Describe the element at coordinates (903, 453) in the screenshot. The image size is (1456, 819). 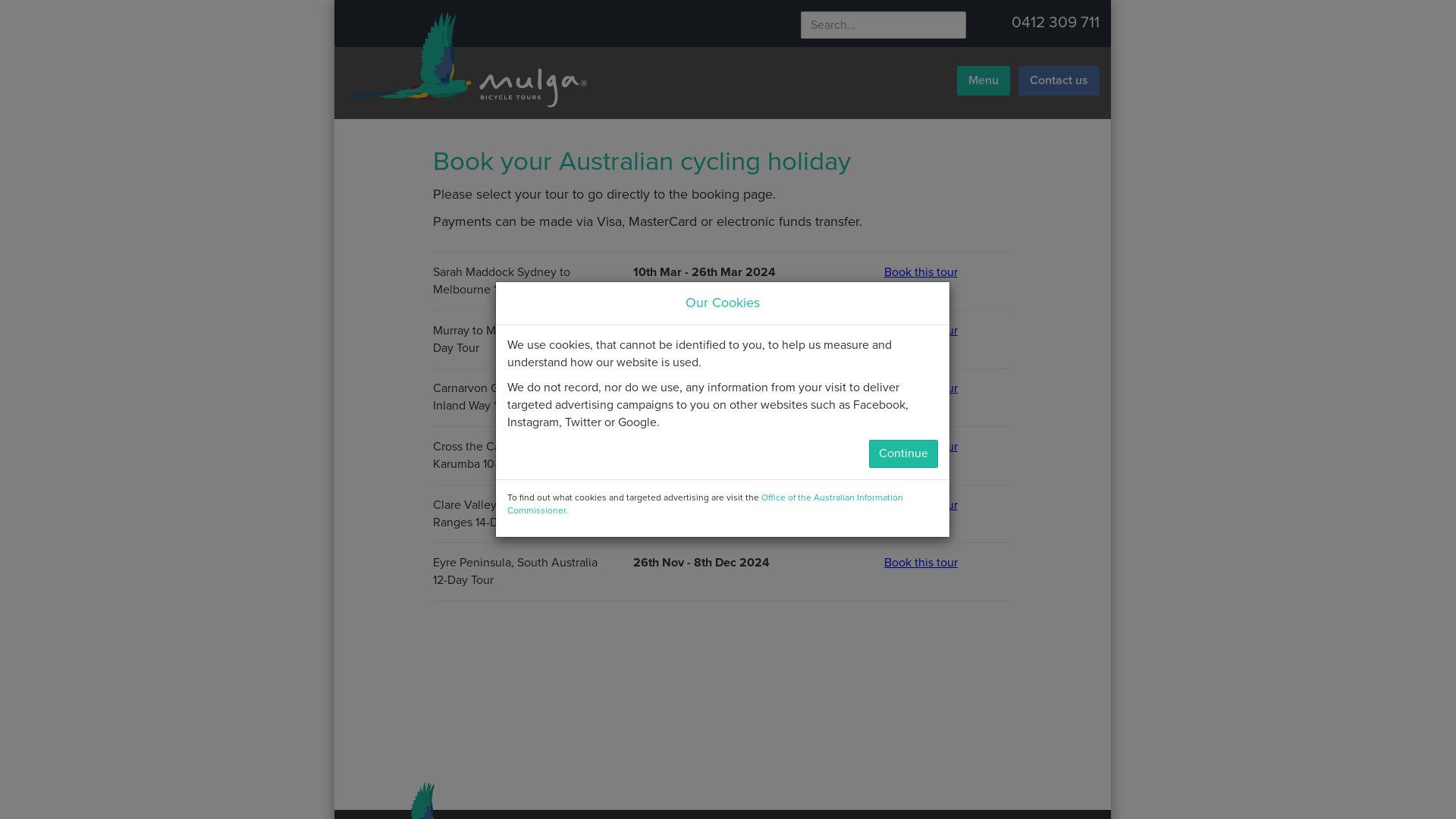
I see `'Continue'` at that location.